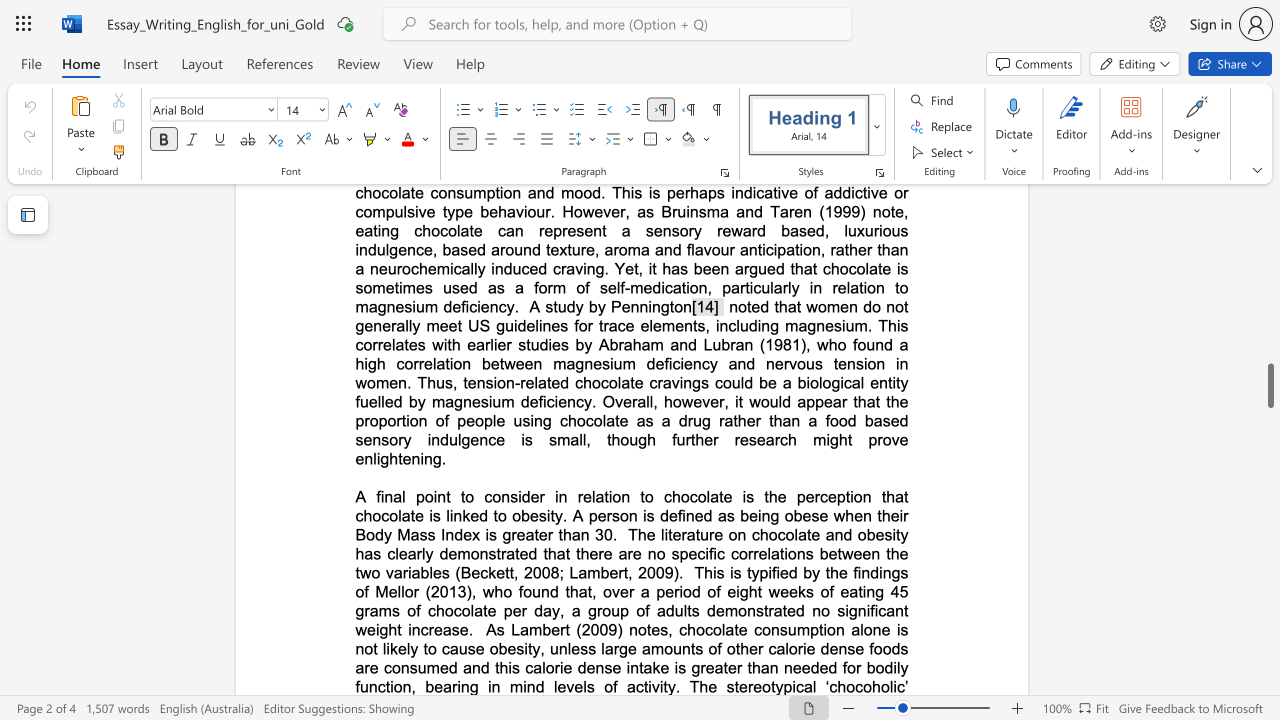 This screenshot has width=1280, height=720. Describe the element at coordinates (1269, 238) in the screenshot. I see `the scrollbar on the side` at that location.